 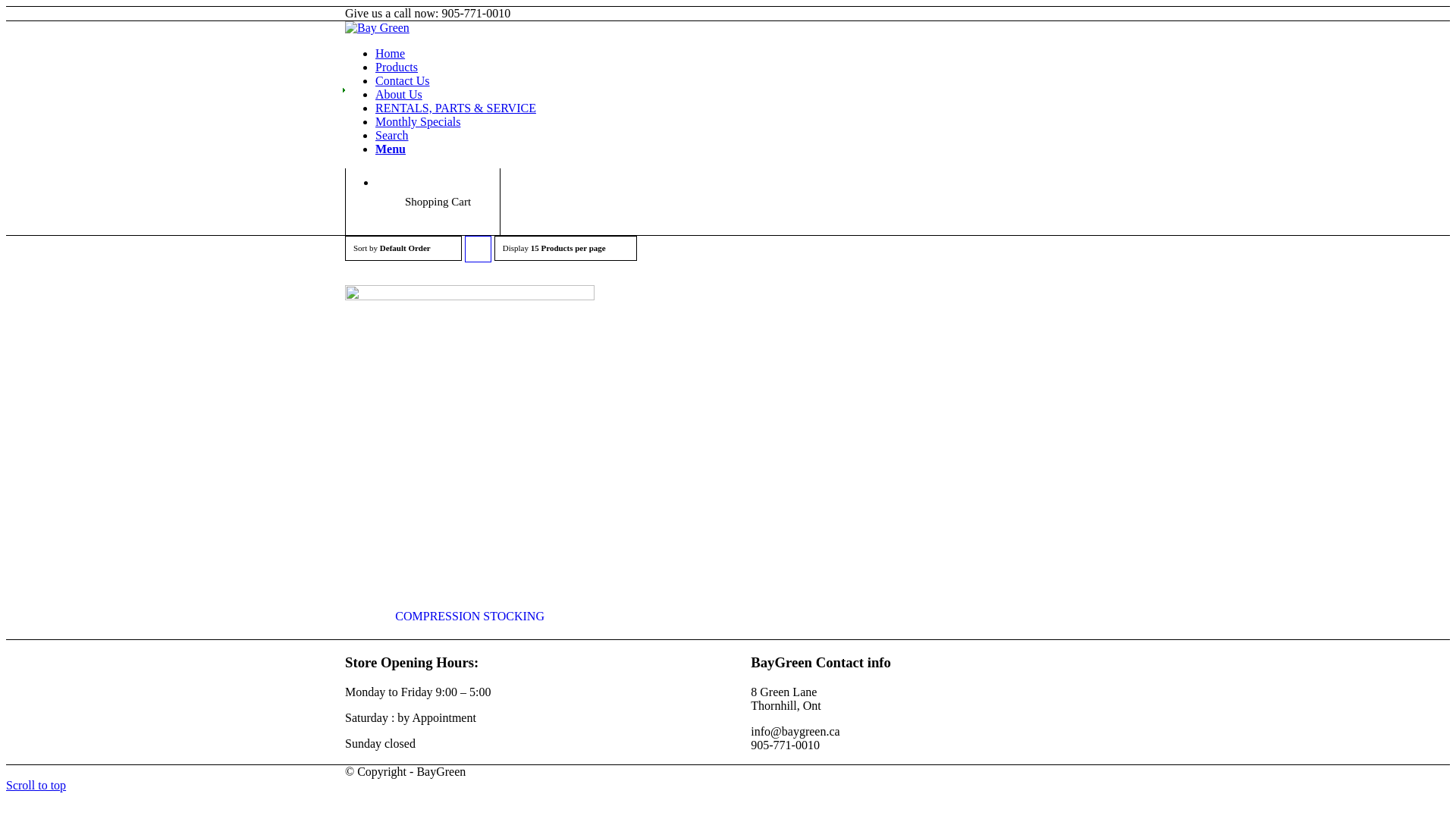 I want to click on 'Products', so click(x=397, y=66).